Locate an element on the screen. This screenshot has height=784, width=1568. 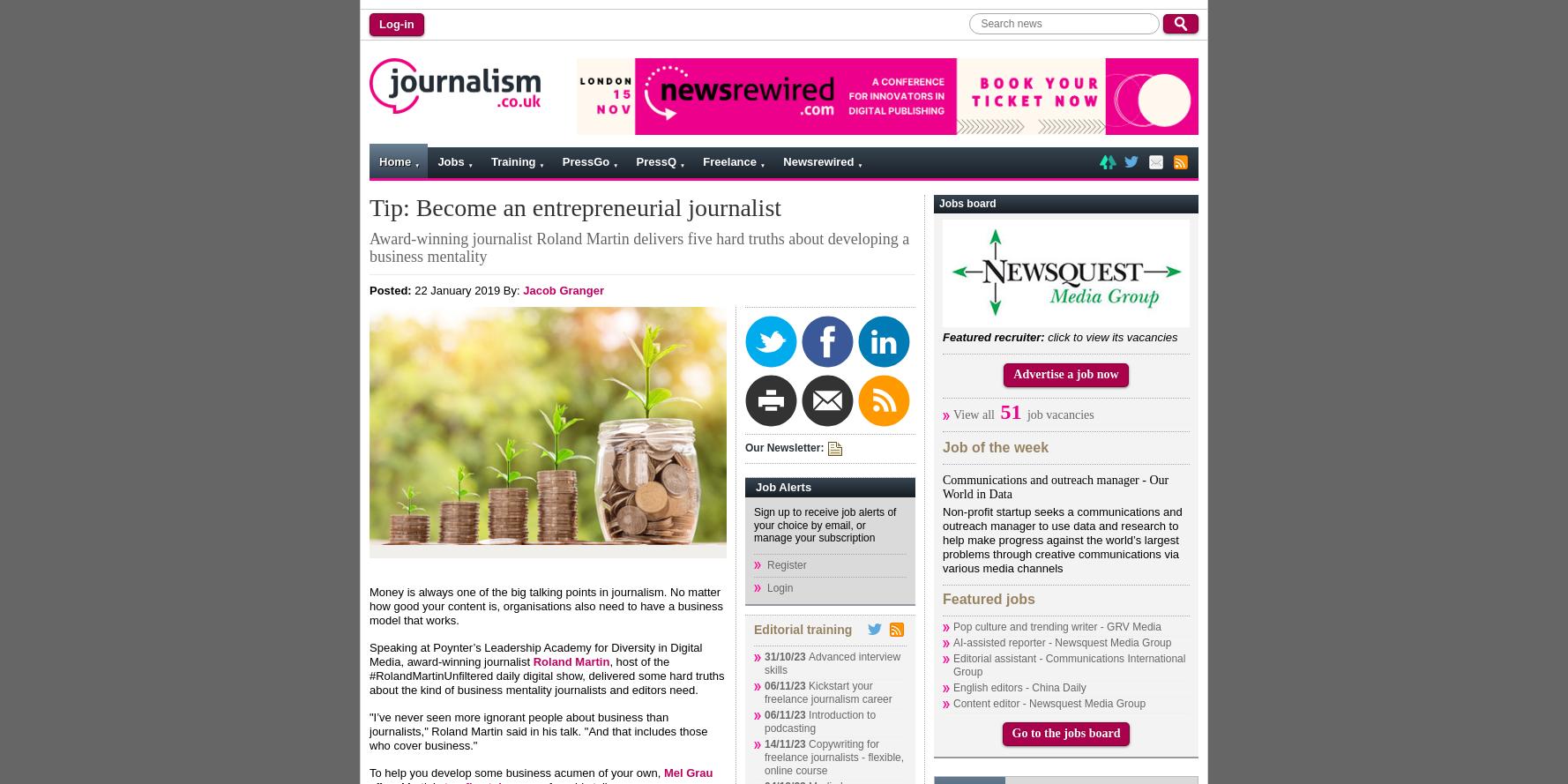
'Privacy policy' is located at coordinates (564, 294).